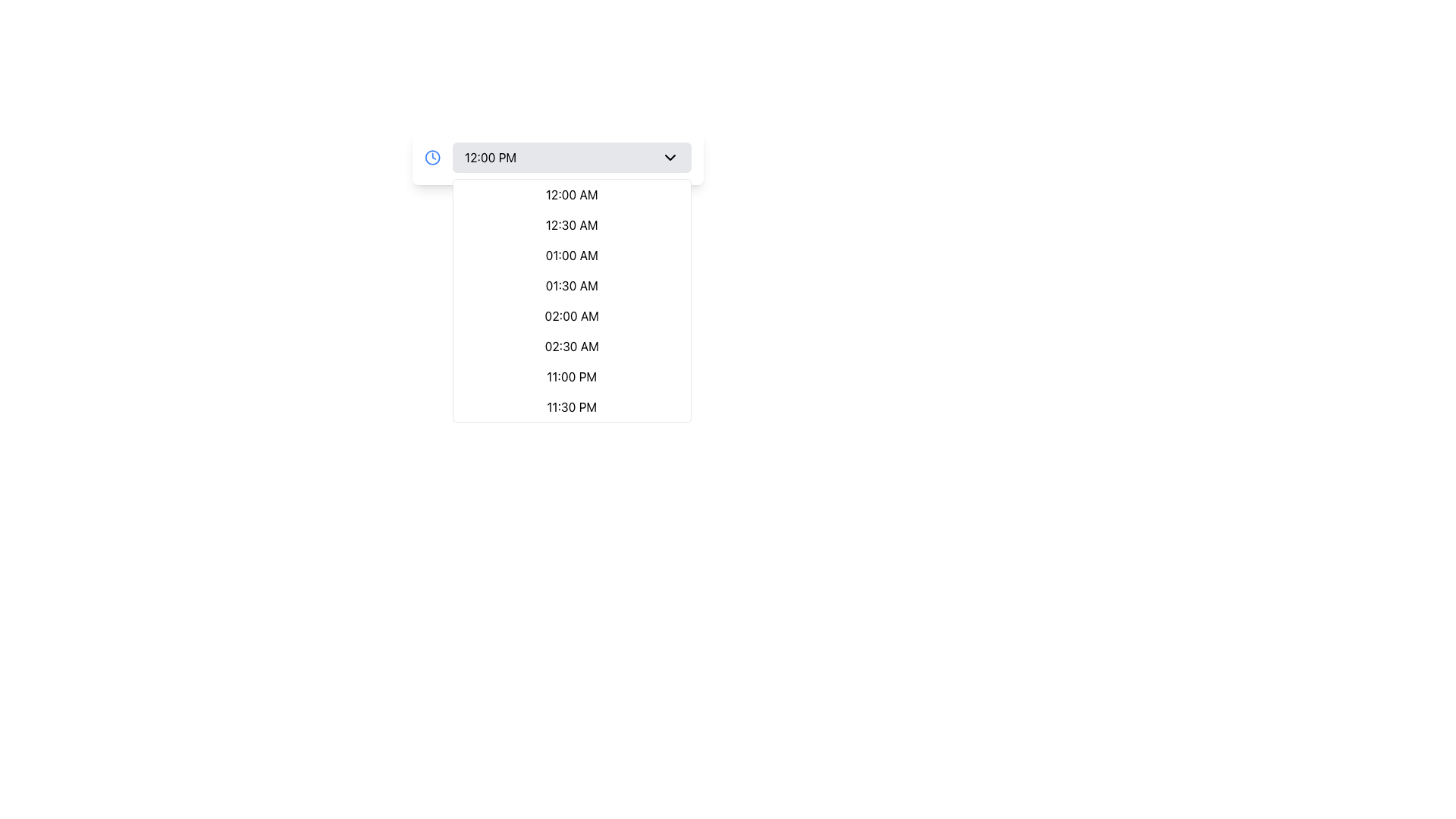 This screenshot has width=1456, height=819. What do you see at coordinates (571, 301) in the screenshot?
I see `the time options in the dropdown menu located below the '12:00 PM' dropdown trigger` at bounding box center [571, 301].